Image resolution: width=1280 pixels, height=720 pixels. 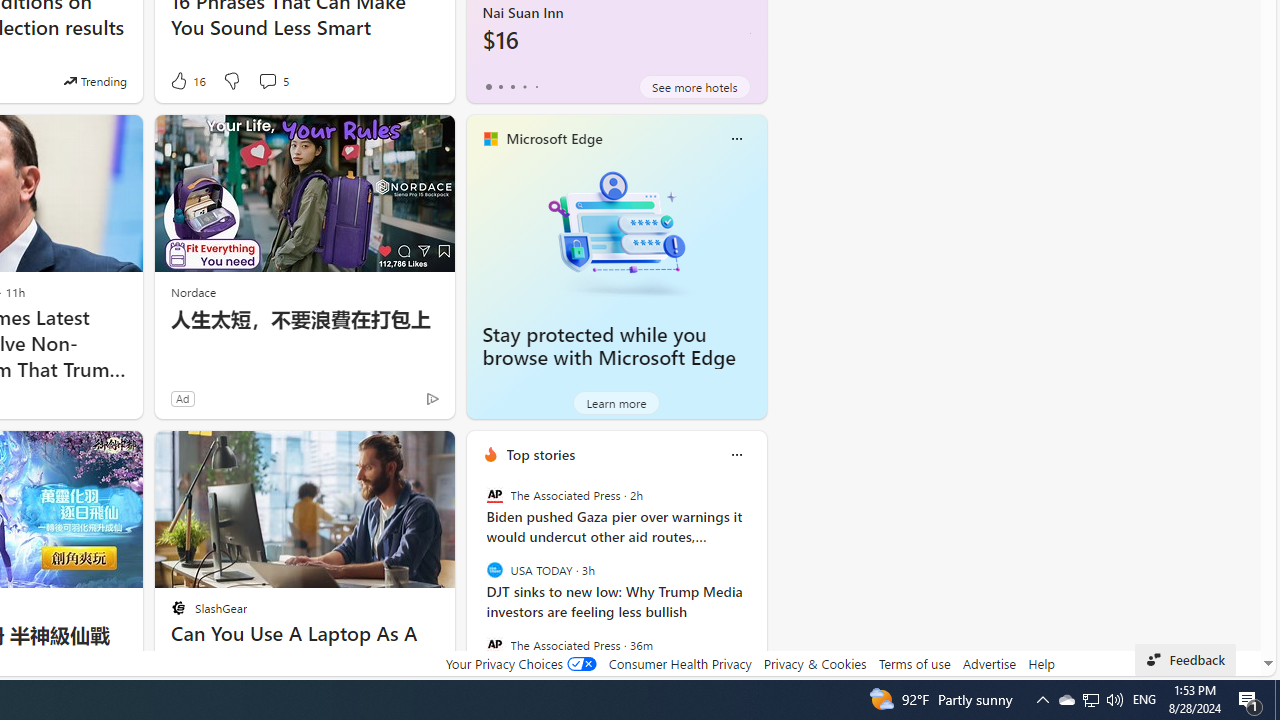 What do you see at coordinates (536, 86) in the screenshot?
I see `'tab-4'` at bounding box center [536, 86].